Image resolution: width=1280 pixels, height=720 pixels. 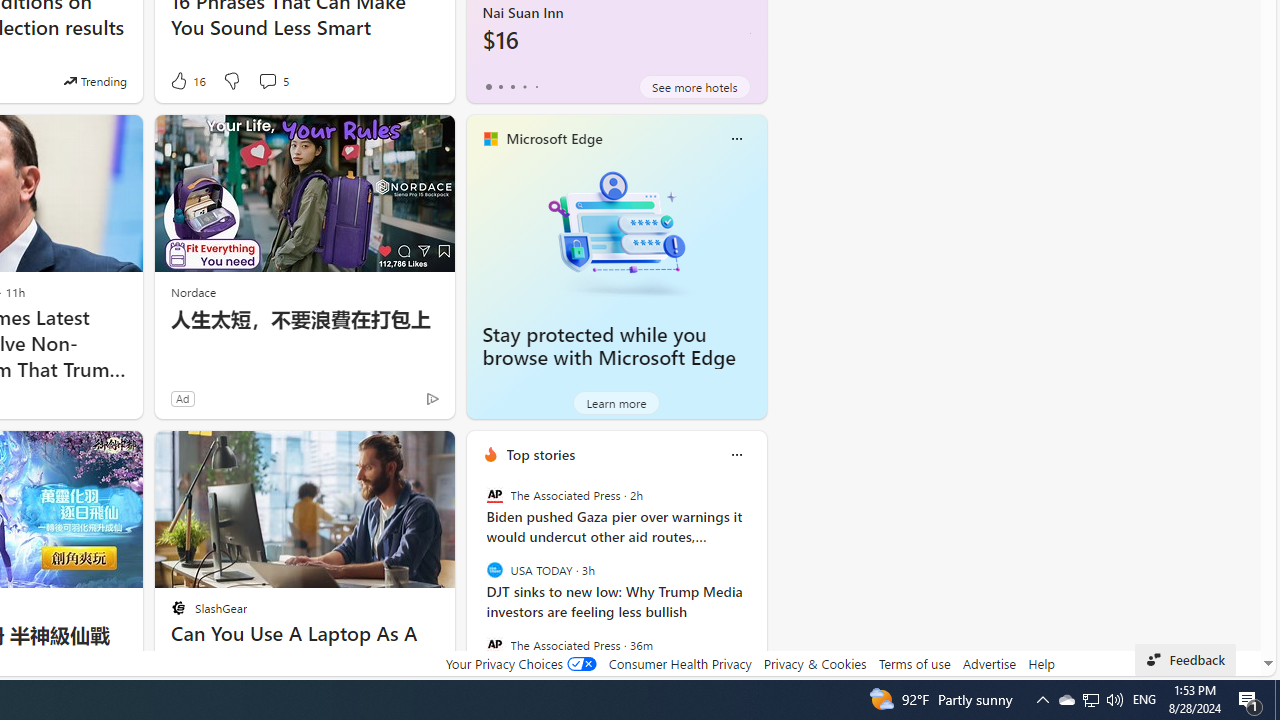 What do you see at coordinates (536, 86) in the screenshot?
I see `'tab-4'` at bounding box center [536, 86].